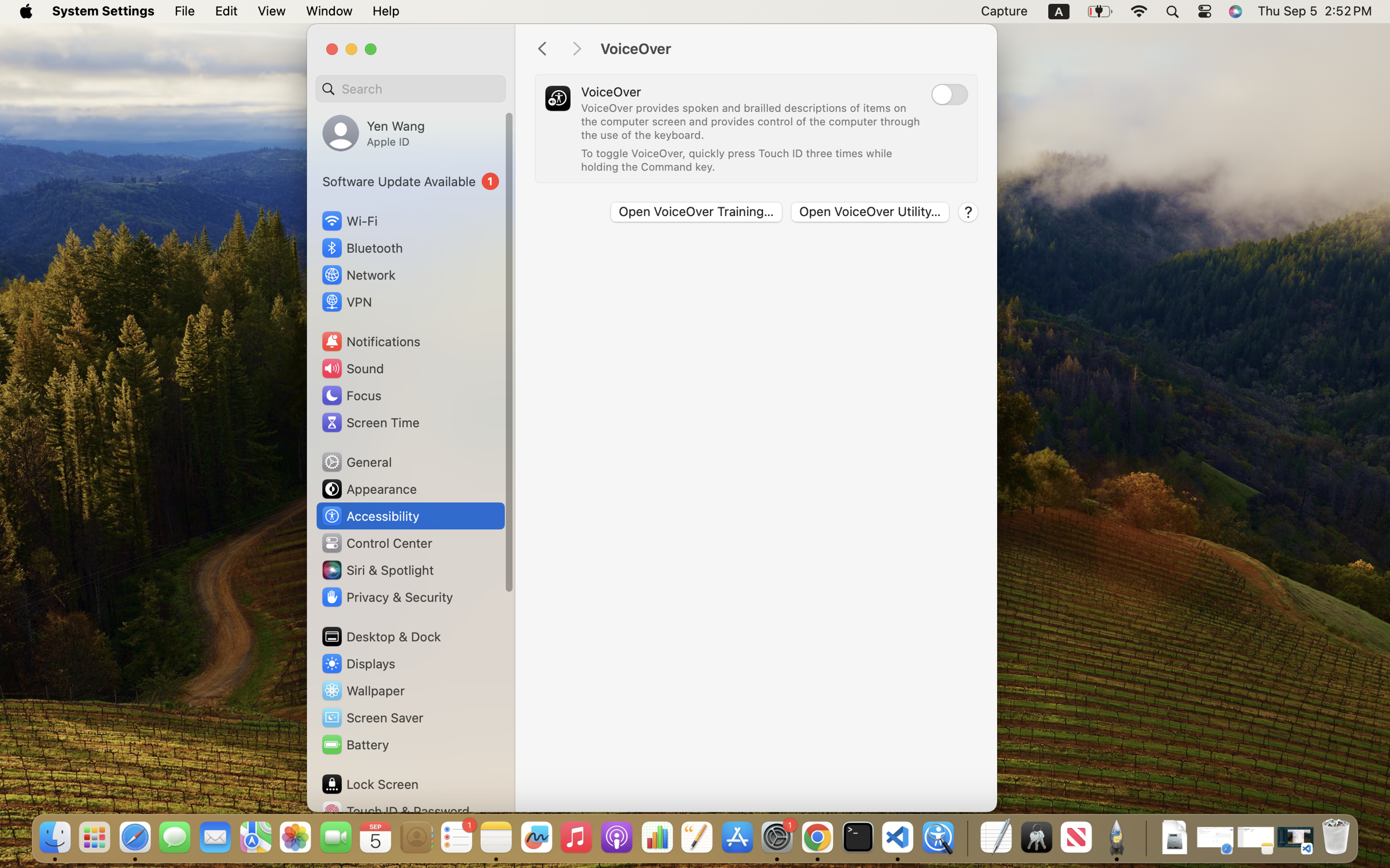 This screenshot has width=1390, height=868. What do you see at coordinates (352, 367) in the screenshot?
I see `'Sound'` at bounding box center [352, 367].